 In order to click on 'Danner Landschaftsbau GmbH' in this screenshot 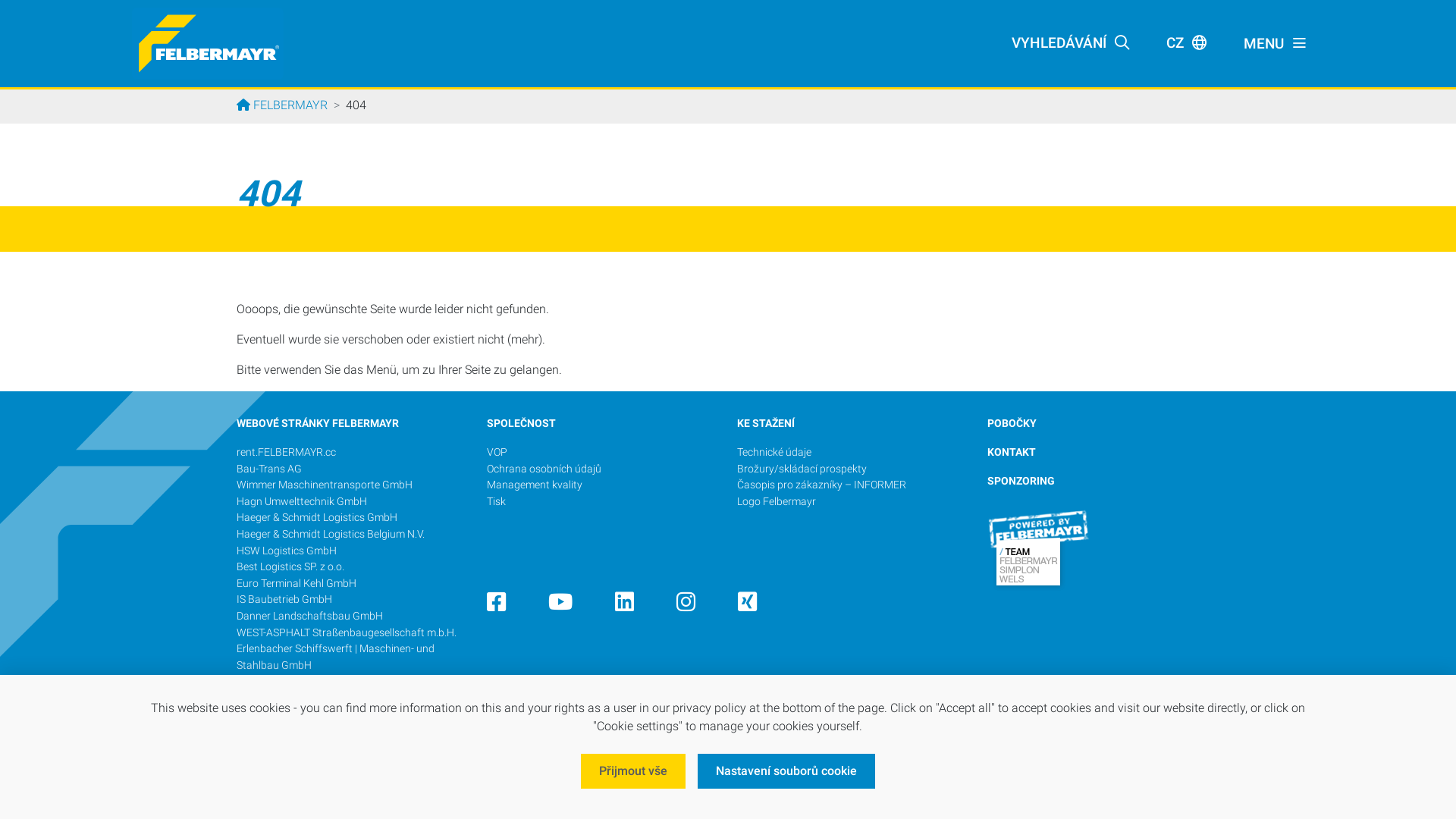, I will do `click(309, 616)`.